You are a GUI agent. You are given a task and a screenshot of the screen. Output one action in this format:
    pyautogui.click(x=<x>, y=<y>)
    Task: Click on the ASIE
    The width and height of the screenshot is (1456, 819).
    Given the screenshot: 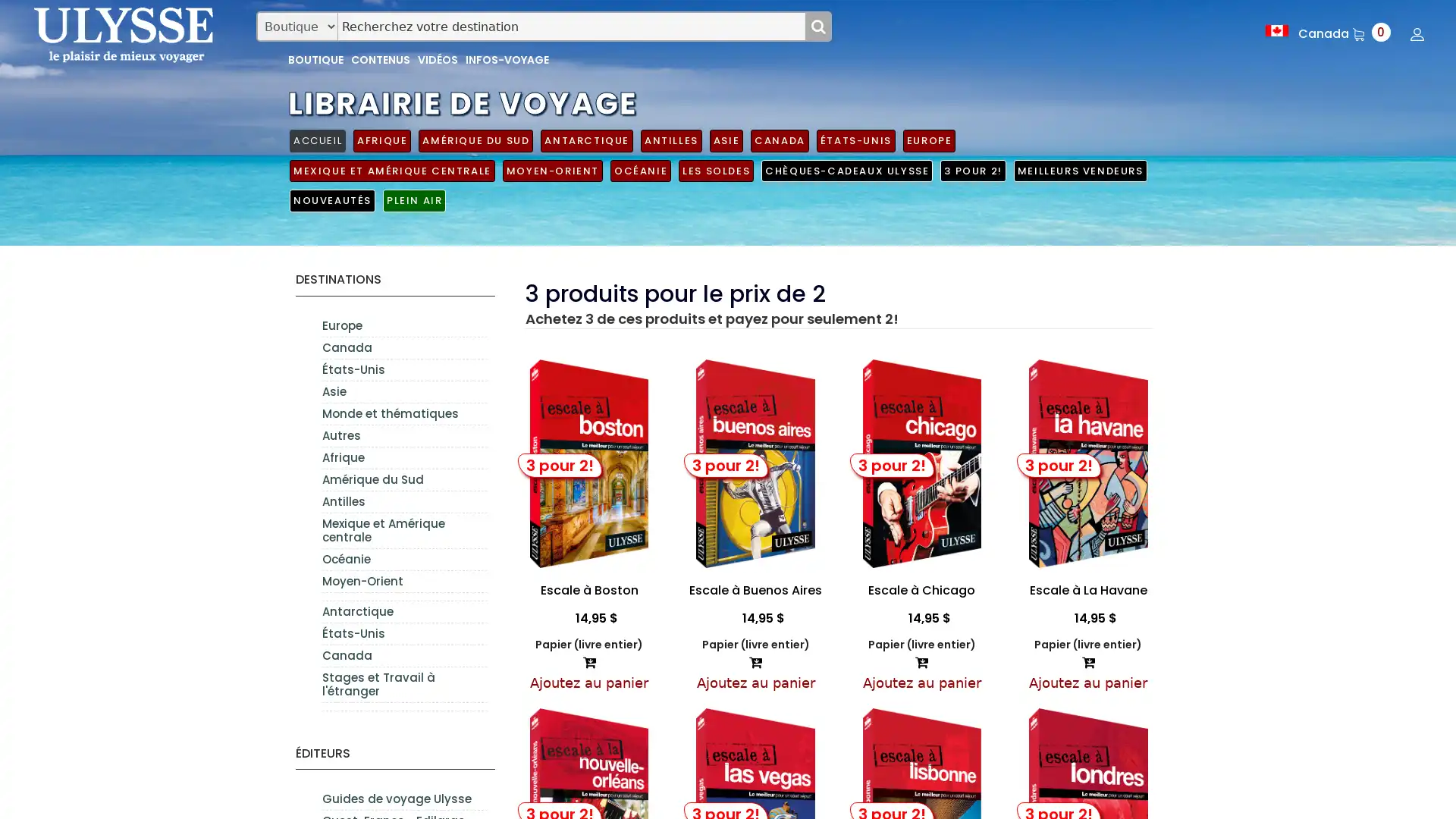 What is the action you would take?
    pyautogui.click(x=725, y=140)
    